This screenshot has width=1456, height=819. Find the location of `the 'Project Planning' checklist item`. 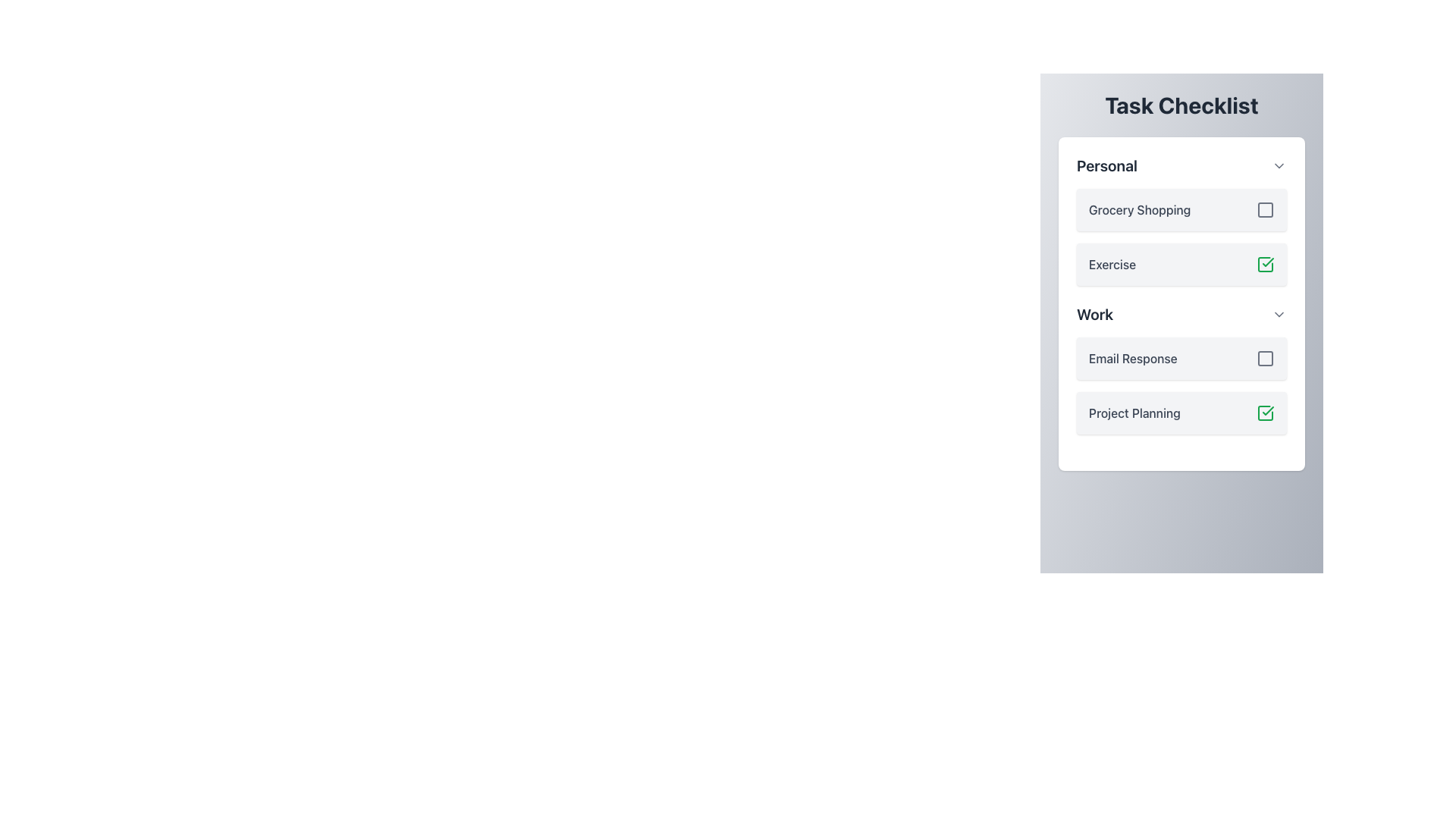

the 'Project Planning' checklist item is located at coordinates (1181, 413).